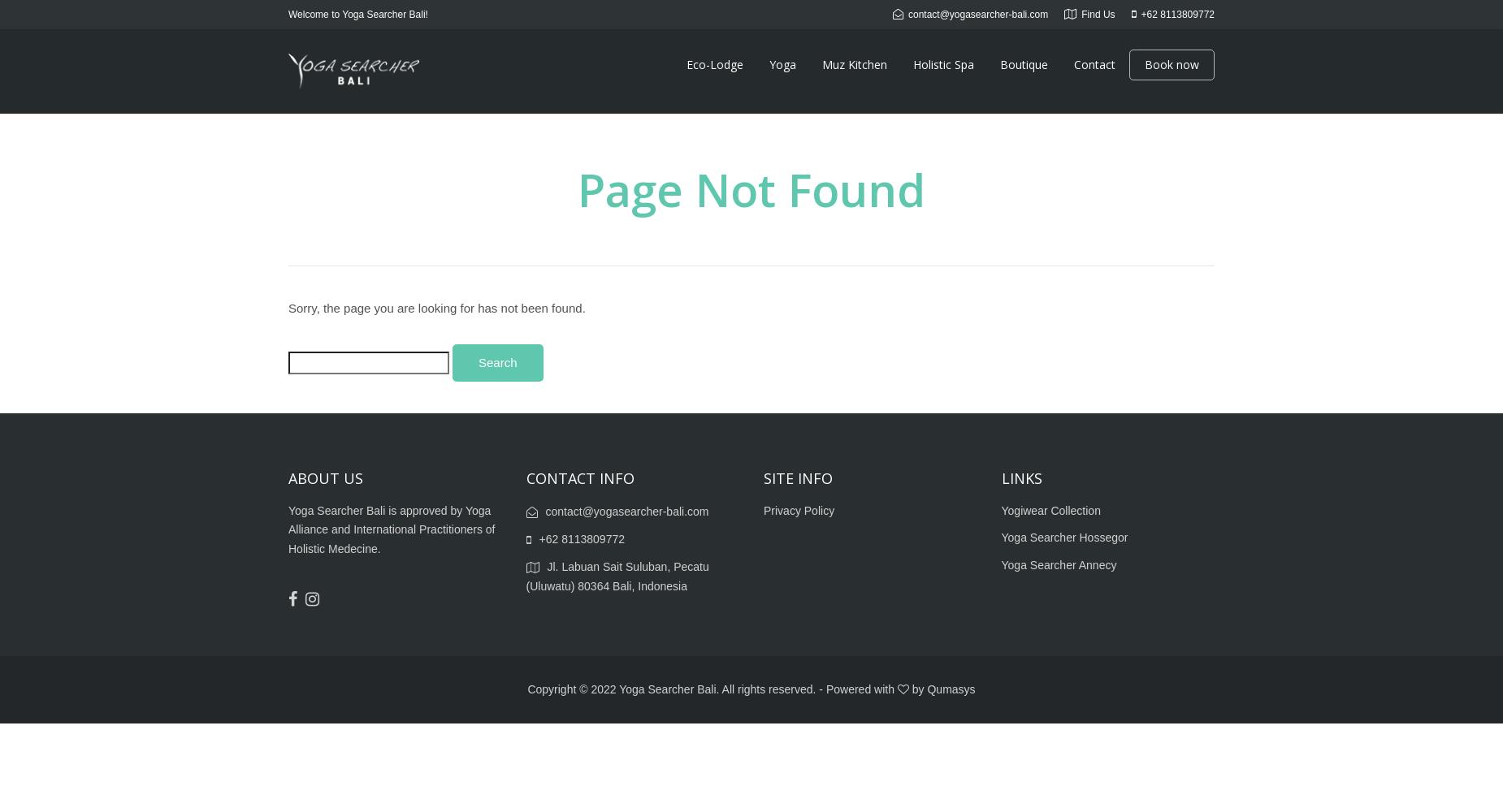 Image resolution: width=1503 pixels, height=812 pixels. What do you see at coordinates (926, 688) in the screenshot?
I see `'Qumasys'` at bounding box center [926, 688].